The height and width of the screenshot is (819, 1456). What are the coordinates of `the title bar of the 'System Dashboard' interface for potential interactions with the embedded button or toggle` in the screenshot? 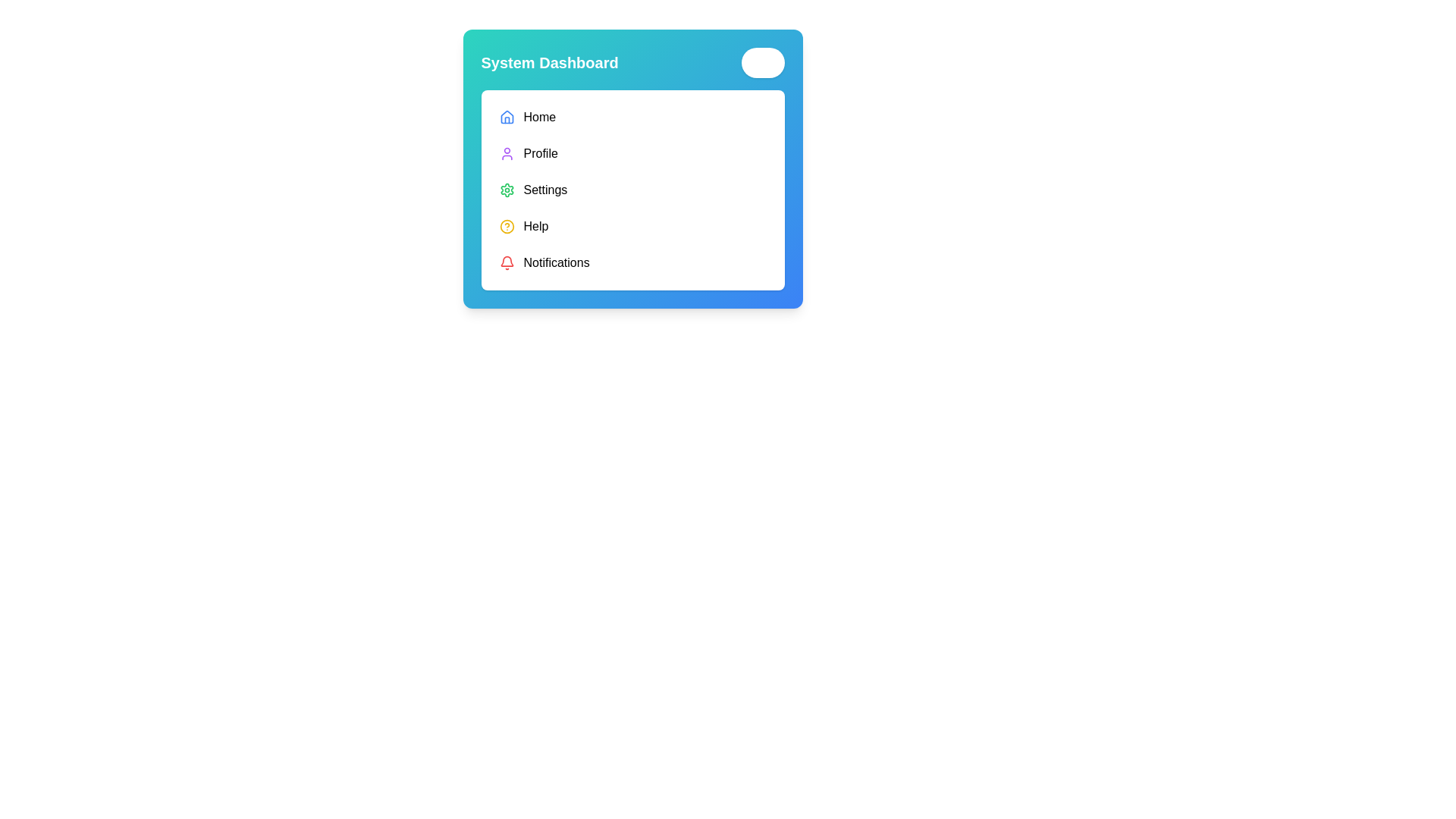 It's located at (632, 62).